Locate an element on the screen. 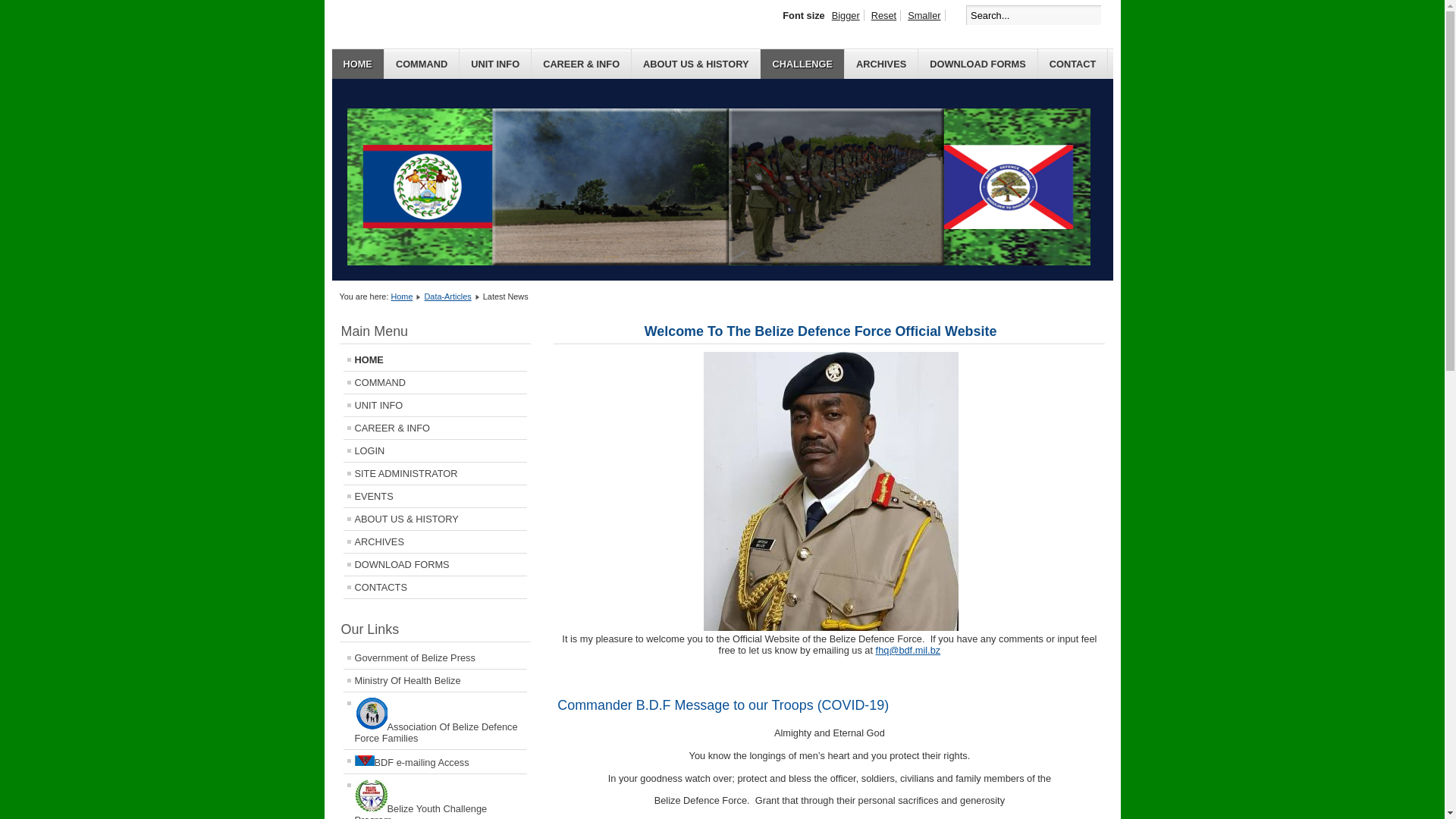  'Commander B.D.F Message to our Troops (COVID-19)' is located at coordinates (722, 704).